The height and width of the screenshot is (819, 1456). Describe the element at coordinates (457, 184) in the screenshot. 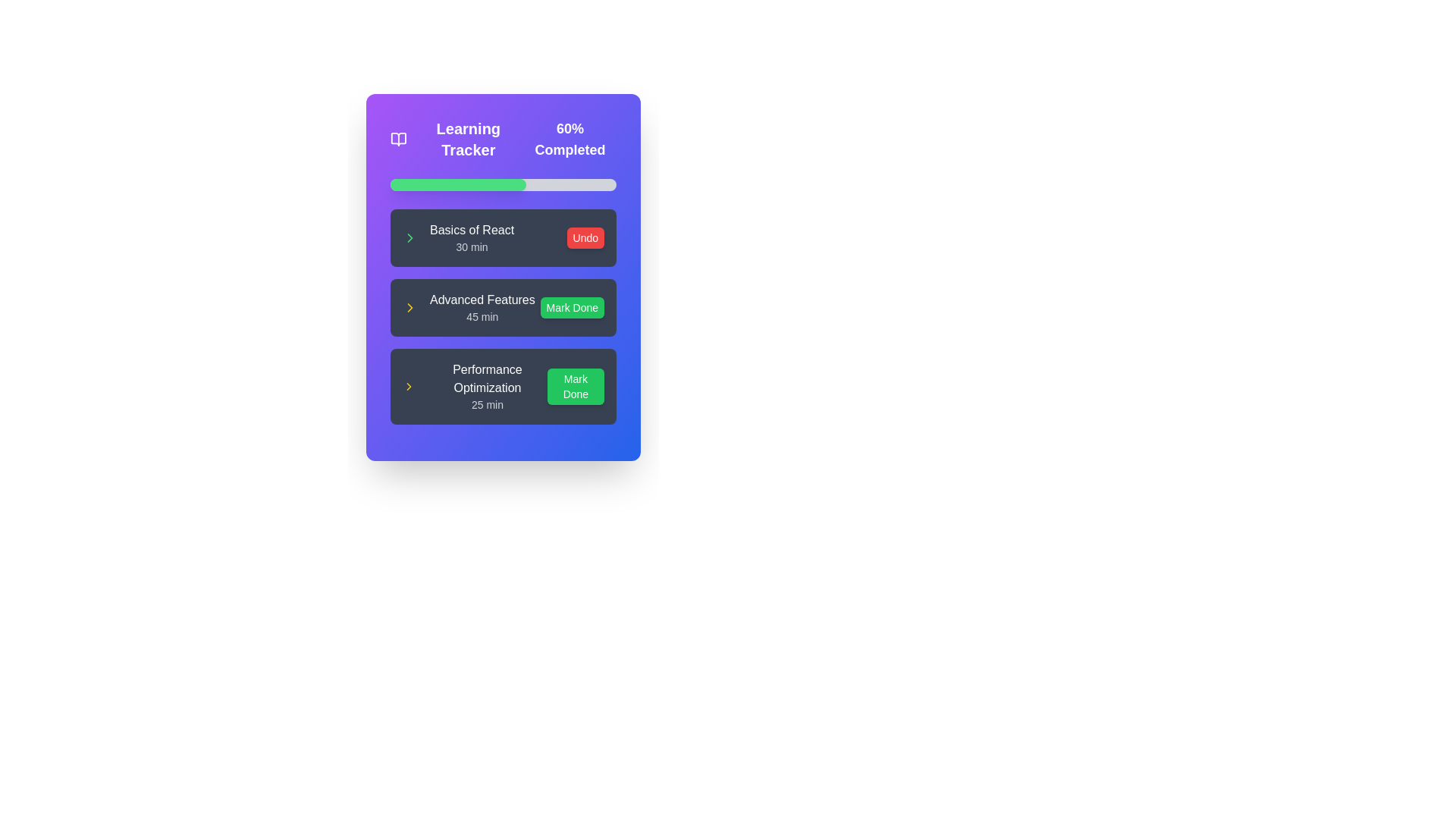

I see `the green progress bar that visually represents the completion percentage of a task, located inside the horizontal progress track near the top of the interface` at that location.